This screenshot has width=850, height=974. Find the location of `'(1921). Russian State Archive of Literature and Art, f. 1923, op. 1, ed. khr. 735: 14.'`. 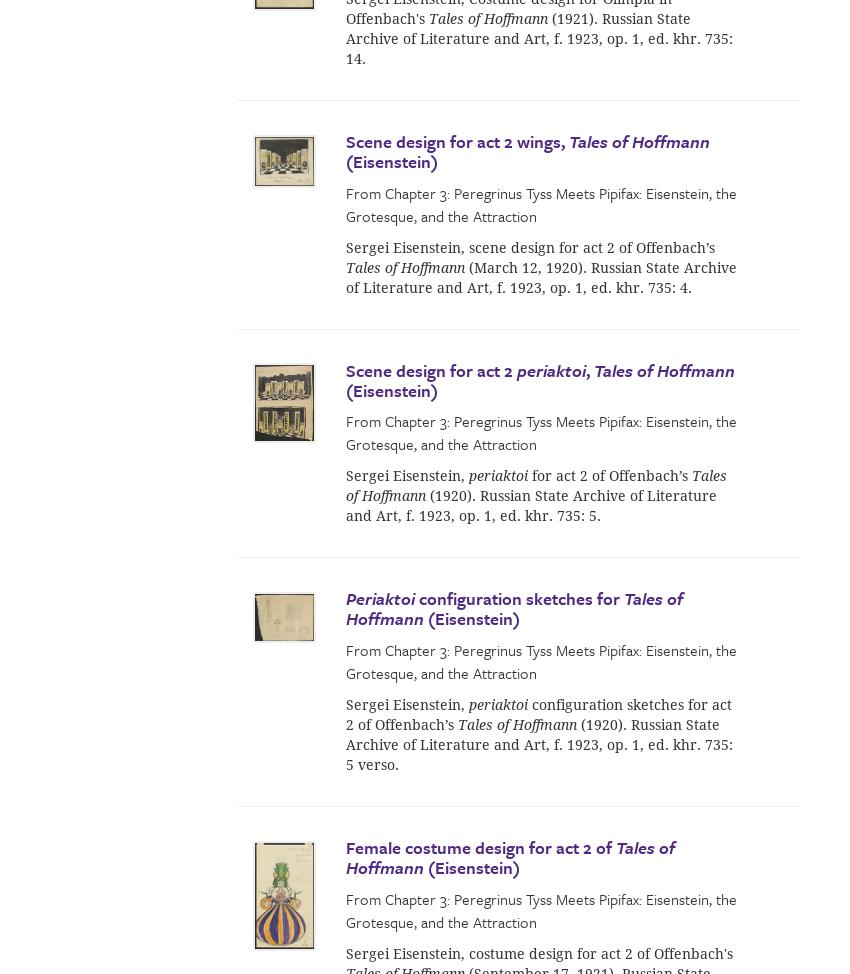

'(1921). Russian State Archive of Literature and Art, f. 1923, op. 1, ed. khr. 735: 14.' is located at coordinates (538, 38).